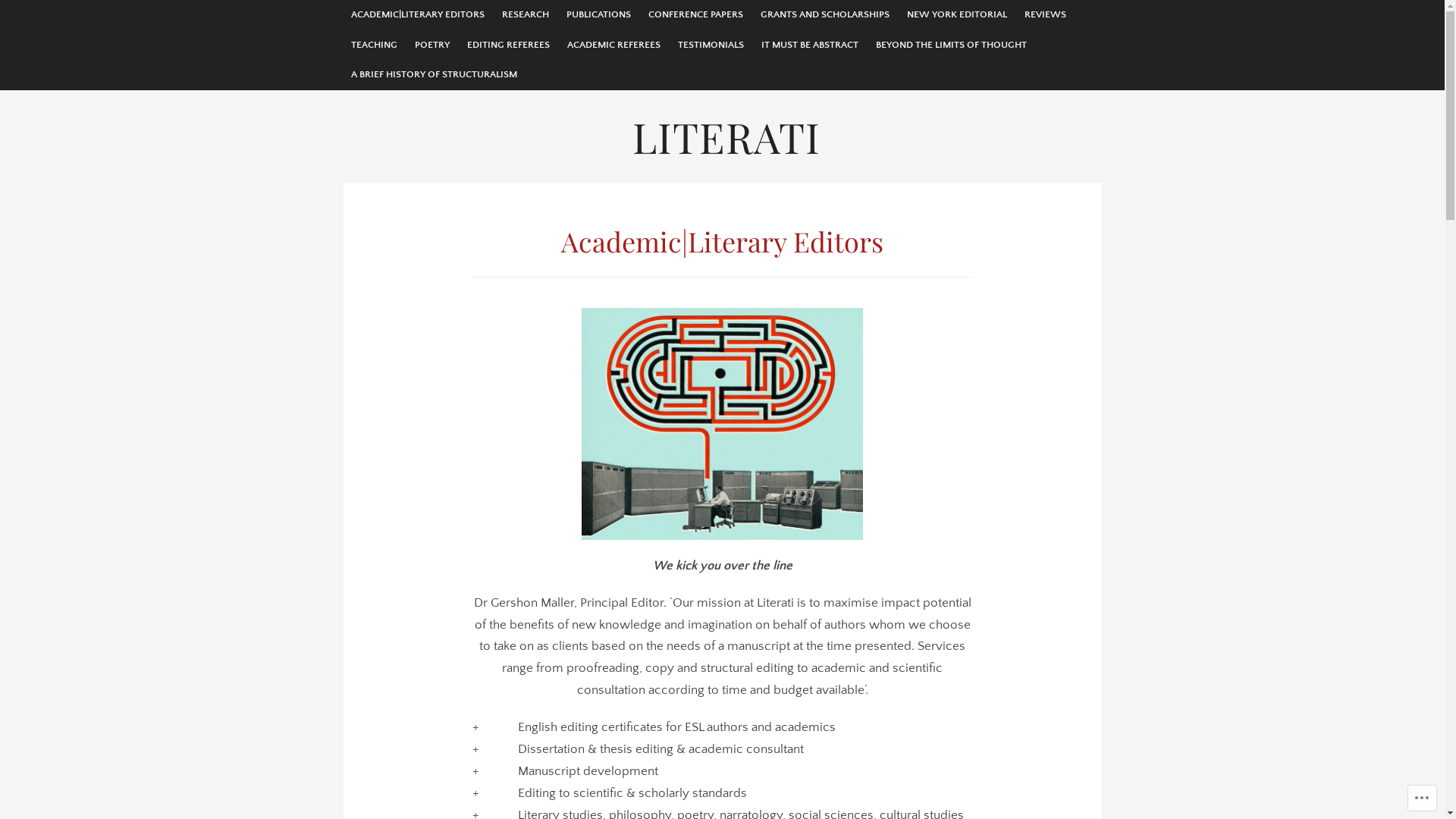 The image size is (1456, 819). I want to click on 'IT MUST BE ABSTRACT', so click(761, 45).